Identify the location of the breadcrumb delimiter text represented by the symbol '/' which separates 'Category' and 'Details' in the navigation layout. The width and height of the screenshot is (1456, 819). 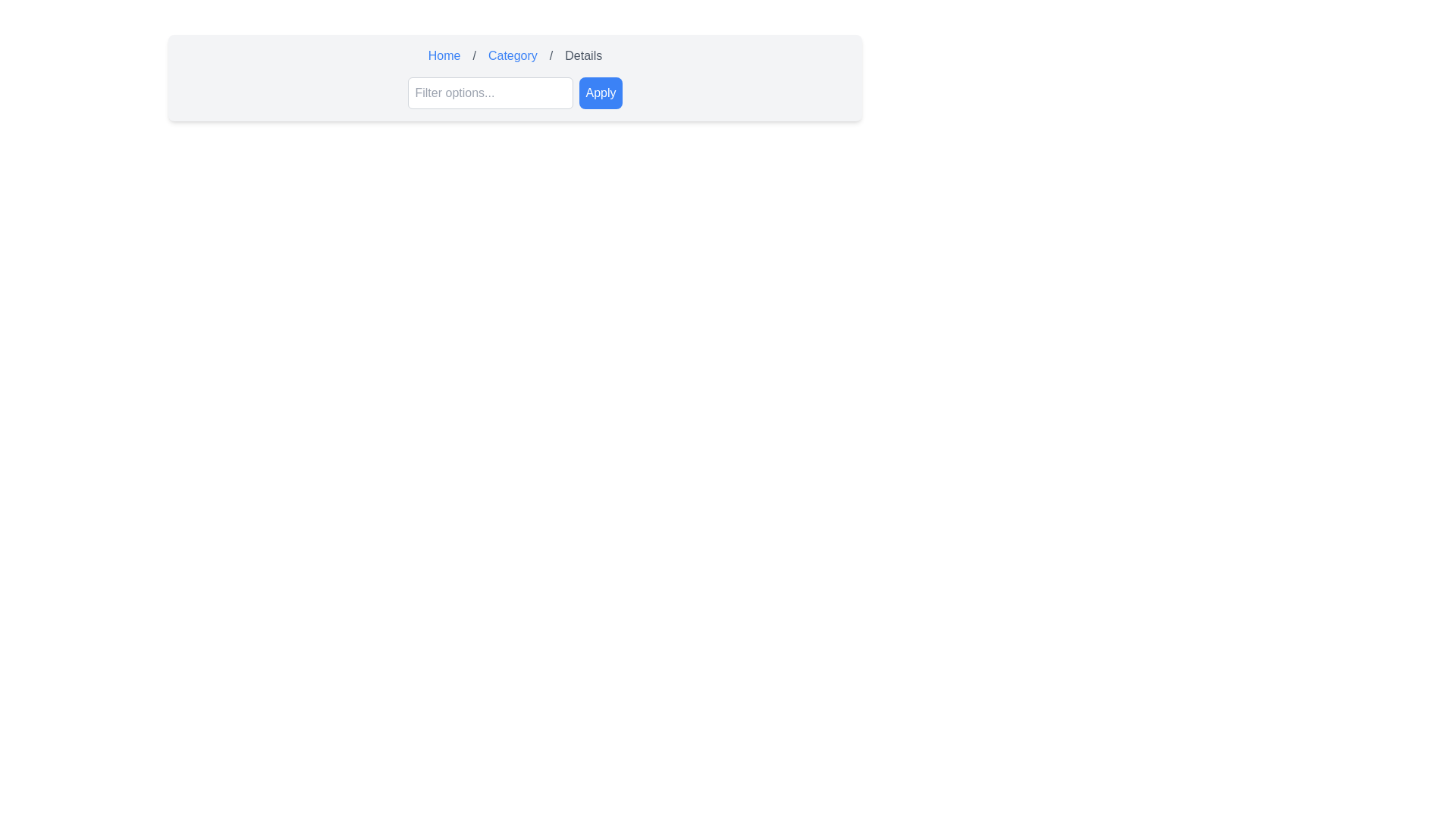
(551, 55).